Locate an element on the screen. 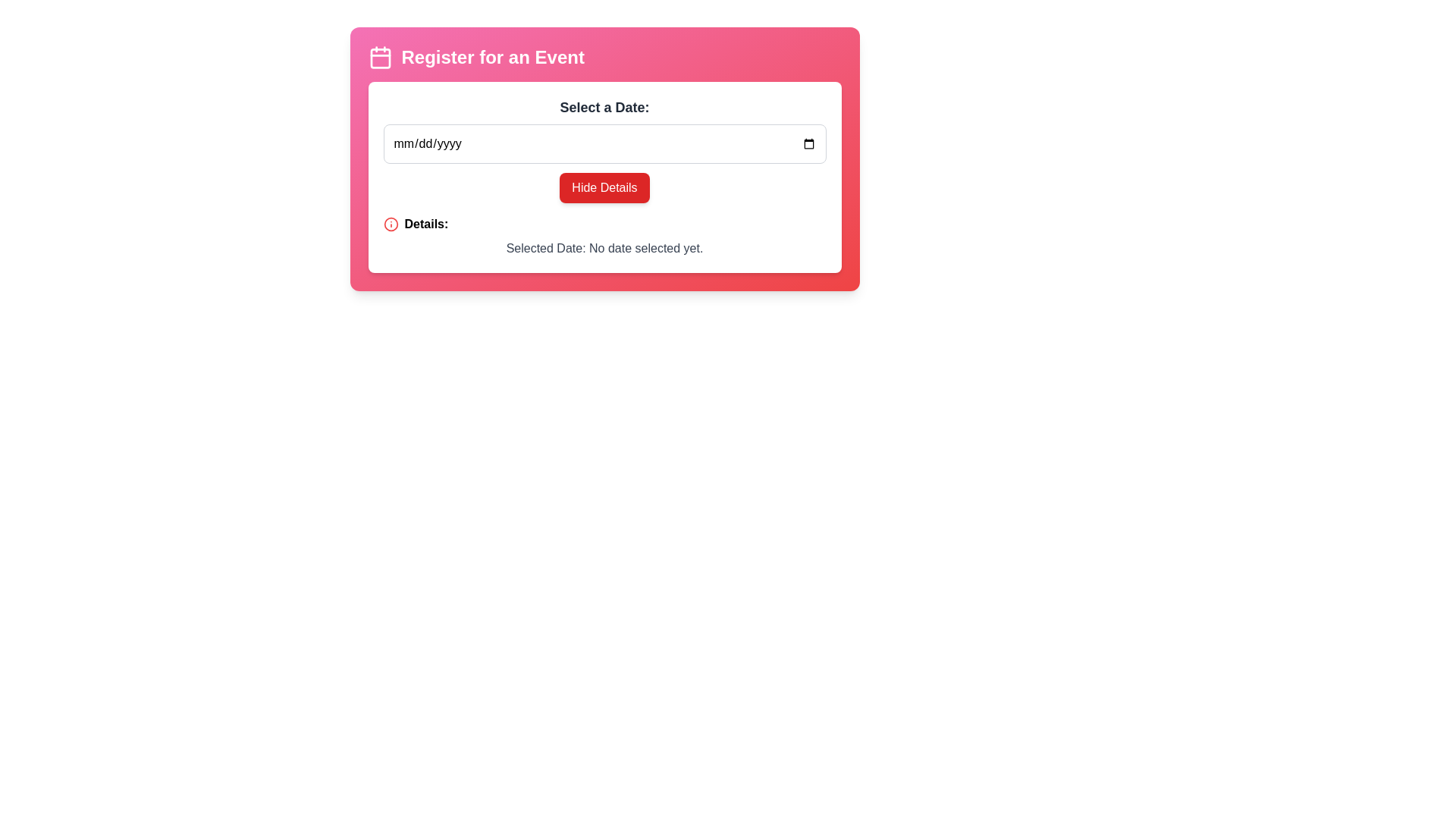 The image size is (1456, 819). the Date Picker Input field located below the title text 'Select a Date:' and above the button labeled 'Hide Details' for keyboard navigation is located at coordinates (604, 143).